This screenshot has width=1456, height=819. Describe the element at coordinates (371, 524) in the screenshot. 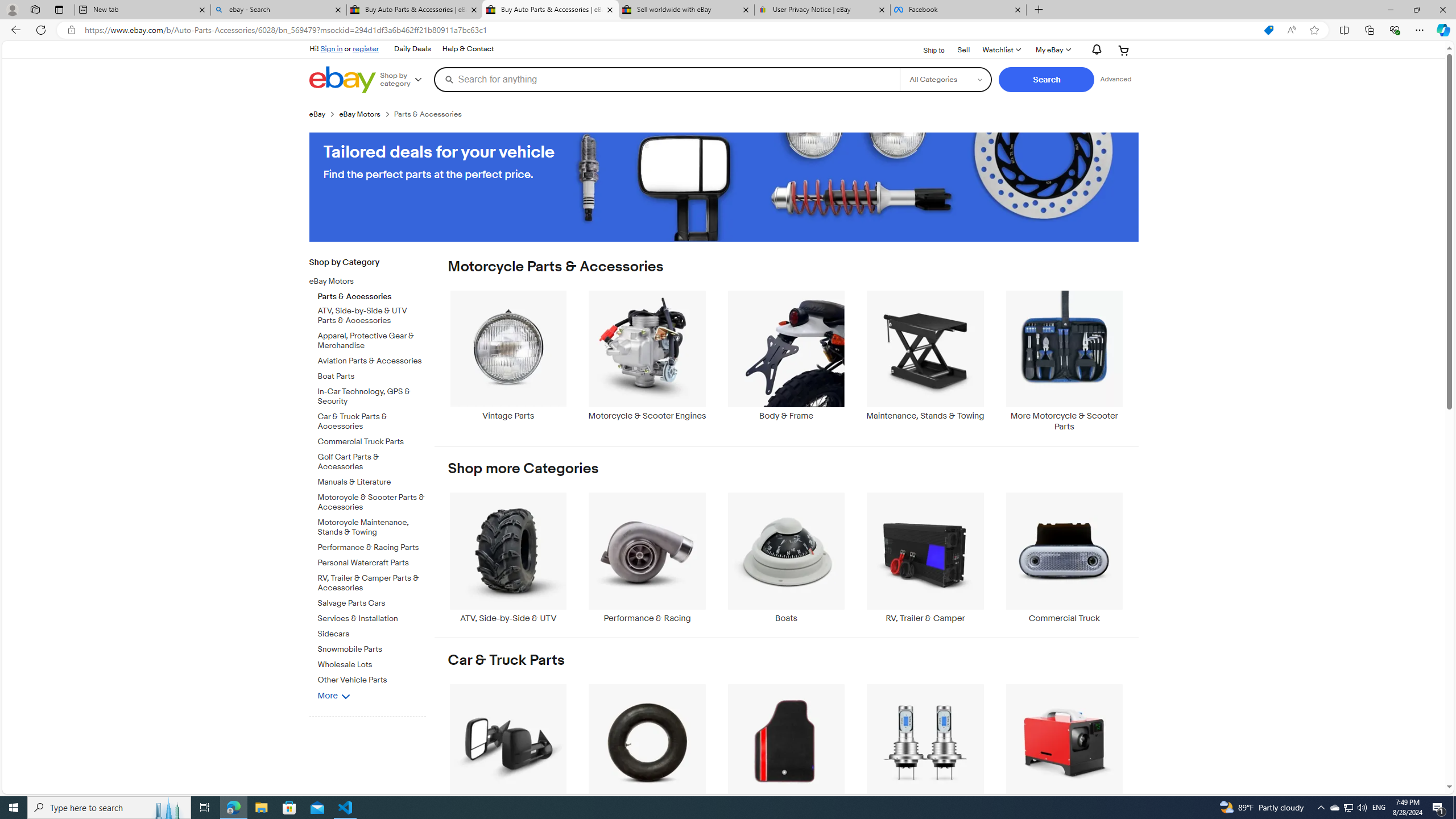

I see `'Motorcycle Maintenance, Stands & Towing'` at that location.